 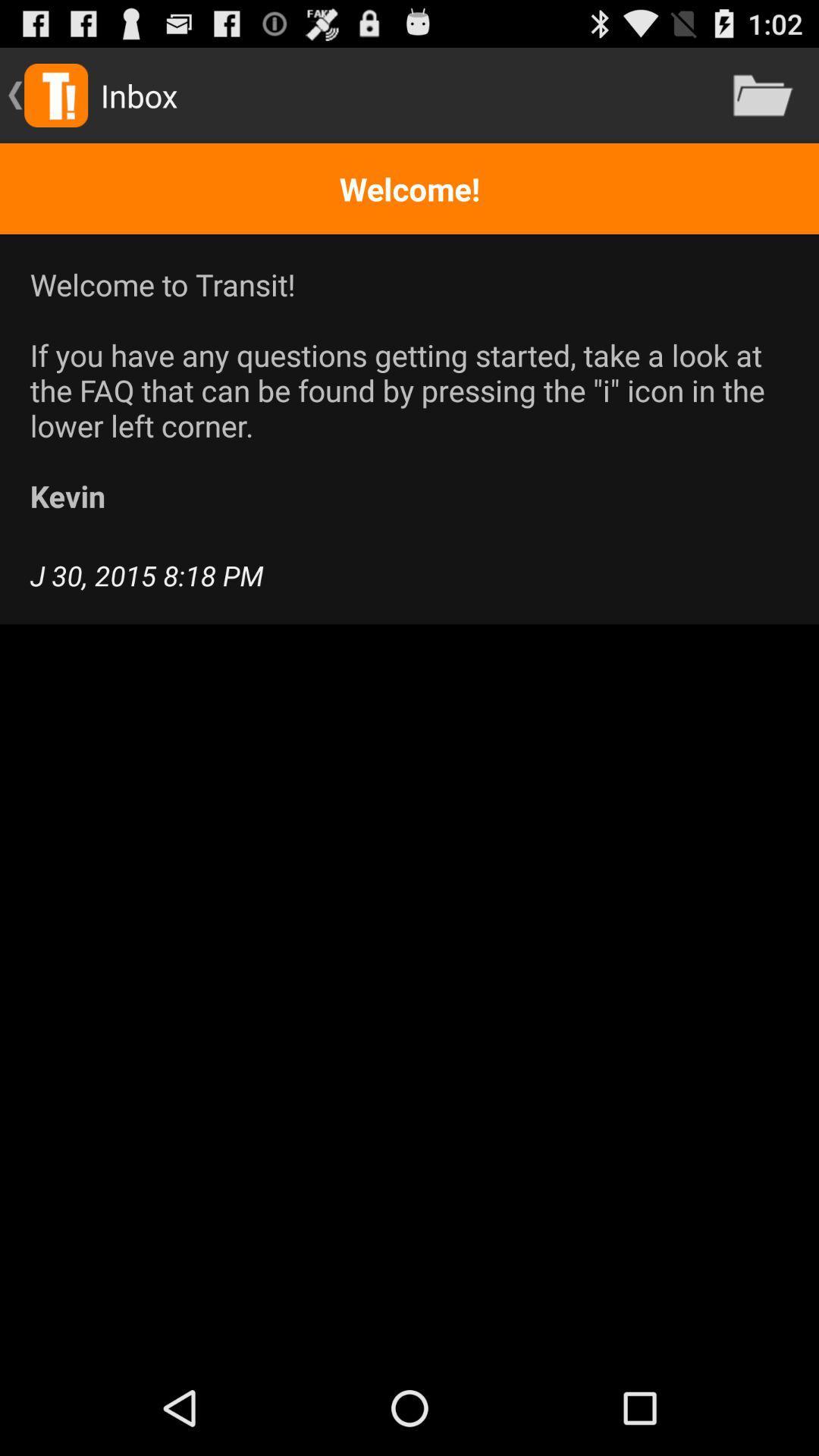 I want to click on the icon above welcome! item, so click(x=763, y=94).